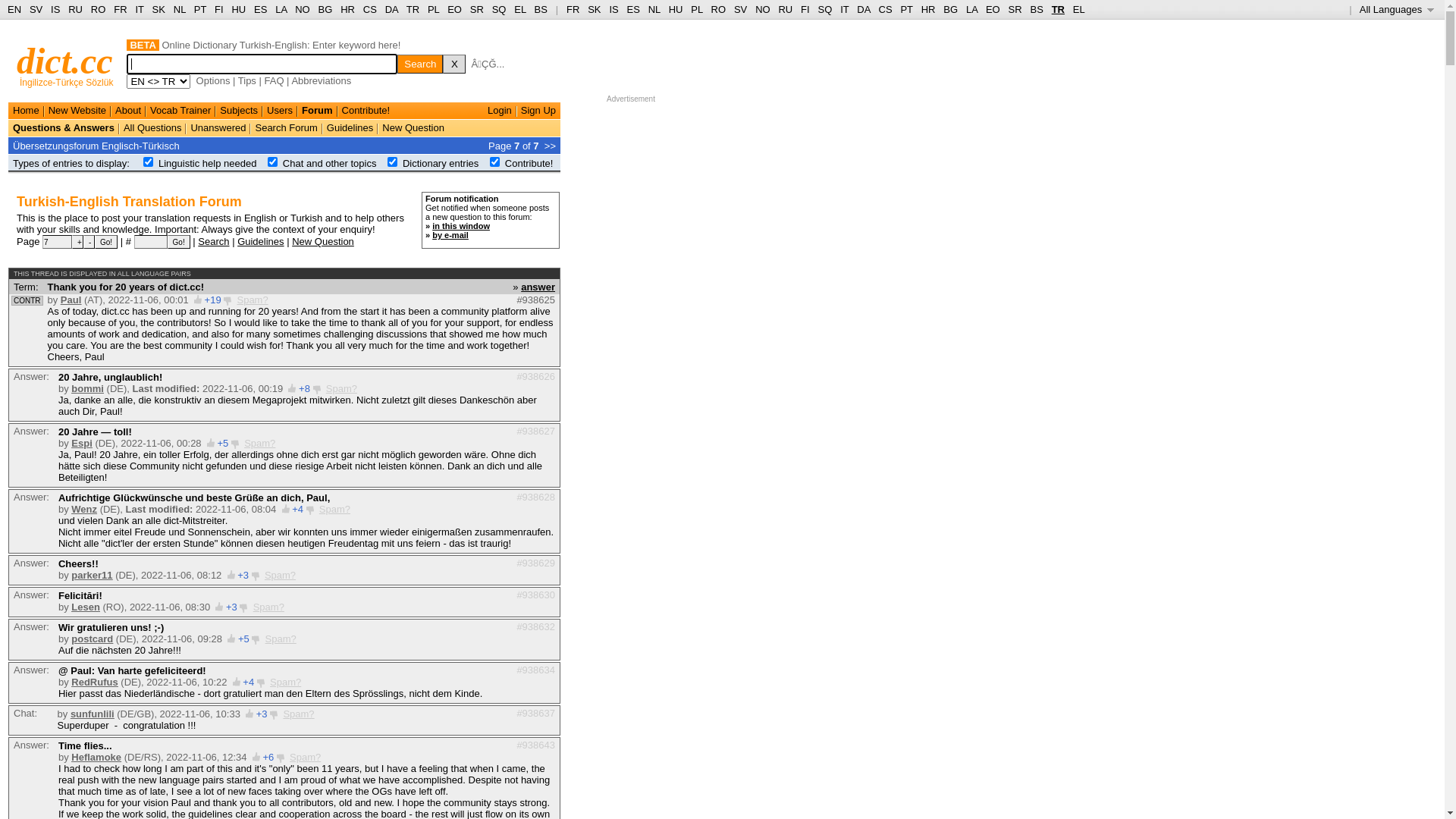  What do you see at coordinates (494, 162) in the screenshot?
I see `'on'` at bounding box center [494, 162].